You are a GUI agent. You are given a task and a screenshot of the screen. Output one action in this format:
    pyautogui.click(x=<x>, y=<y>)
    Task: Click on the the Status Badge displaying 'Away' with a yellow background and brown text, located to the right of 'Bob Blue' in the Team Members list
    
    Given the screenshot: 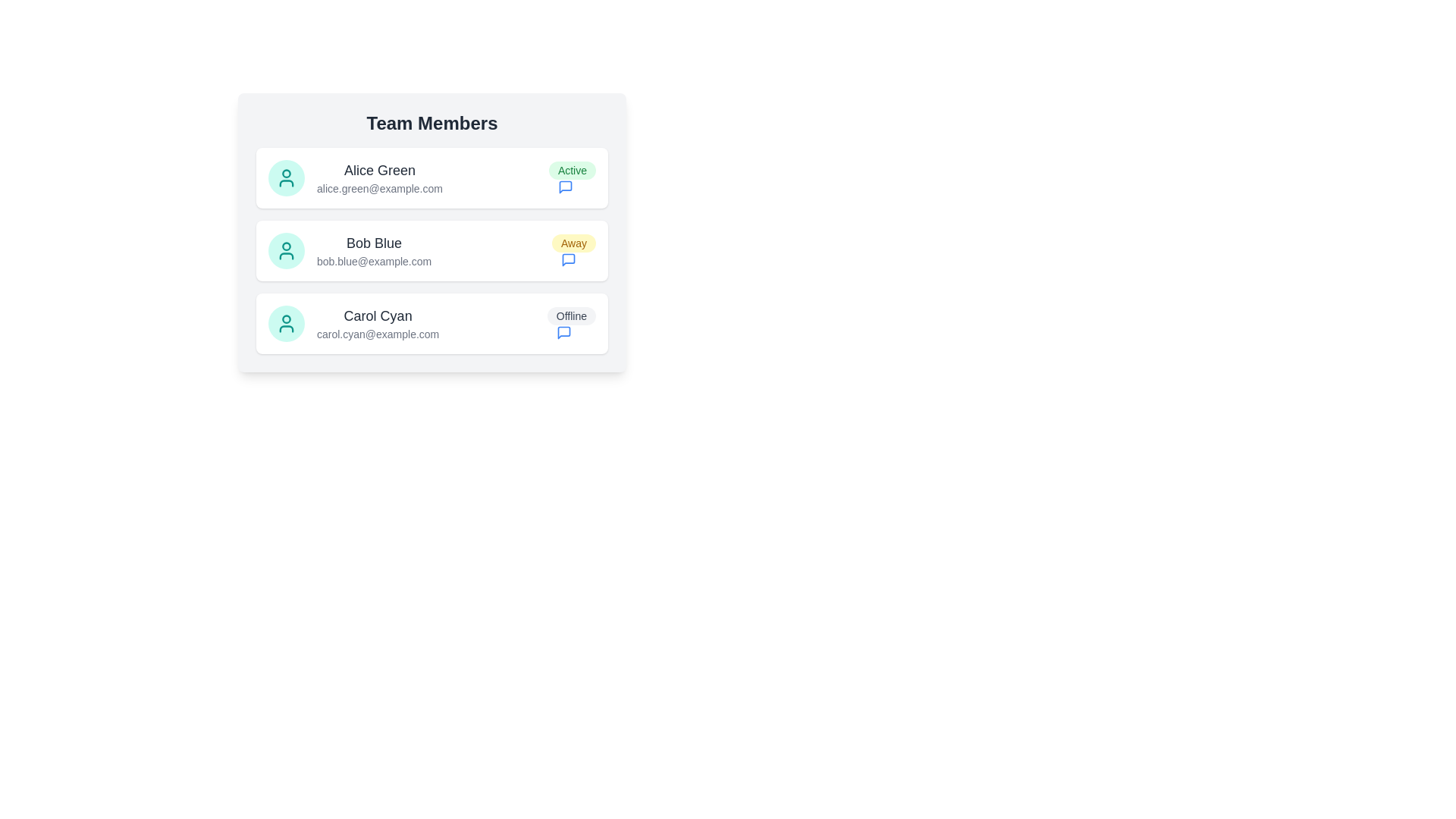 What is the action you would take?
    pyautogui.click(x=573, y=242)
    